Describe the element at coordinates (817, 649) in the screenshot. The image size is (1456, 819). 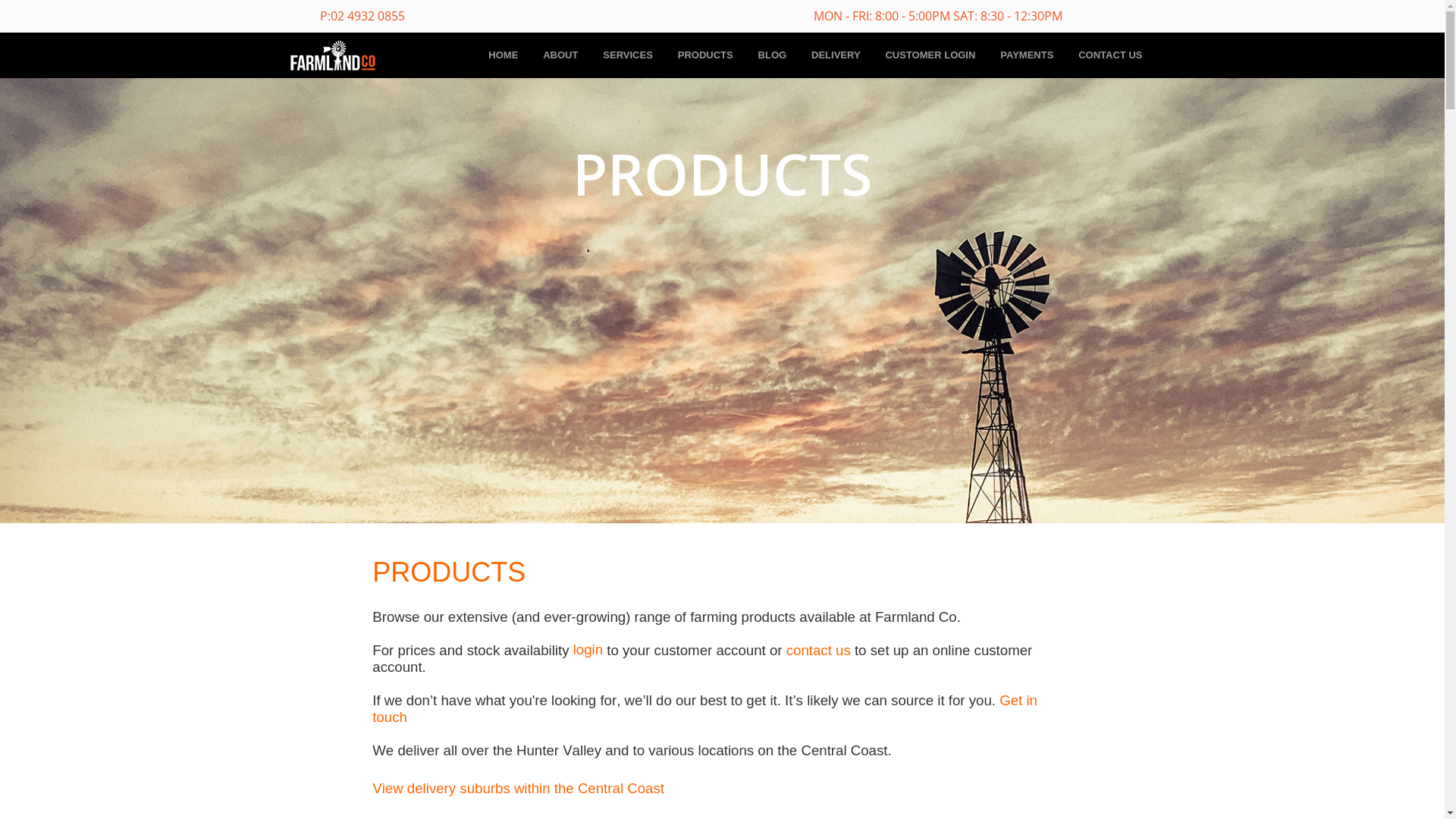
I see `'contact us'` at that location.